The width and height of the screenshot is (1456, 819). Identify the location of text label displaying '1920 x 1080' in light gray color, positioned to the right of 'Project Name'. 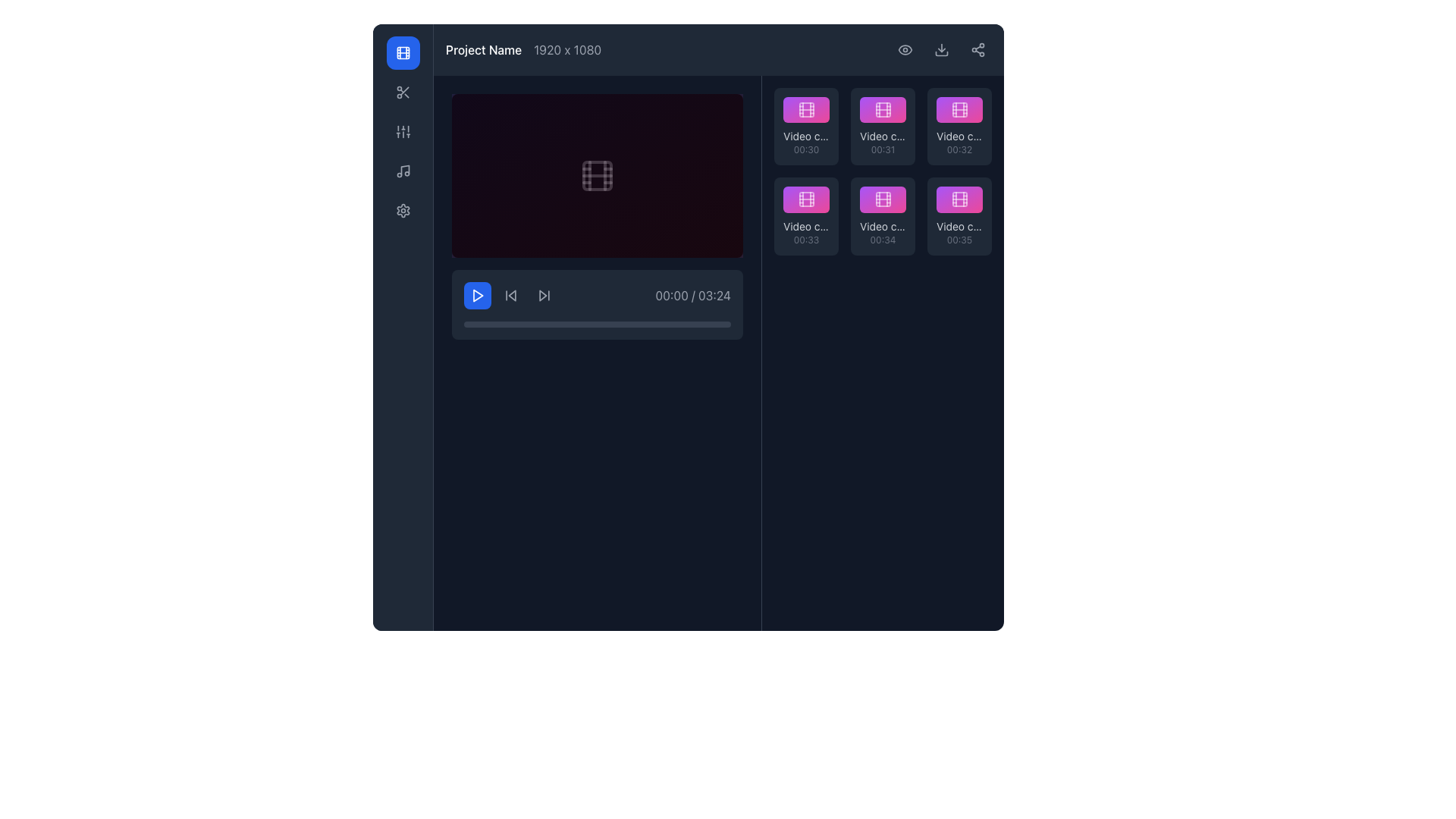
(566, 49).